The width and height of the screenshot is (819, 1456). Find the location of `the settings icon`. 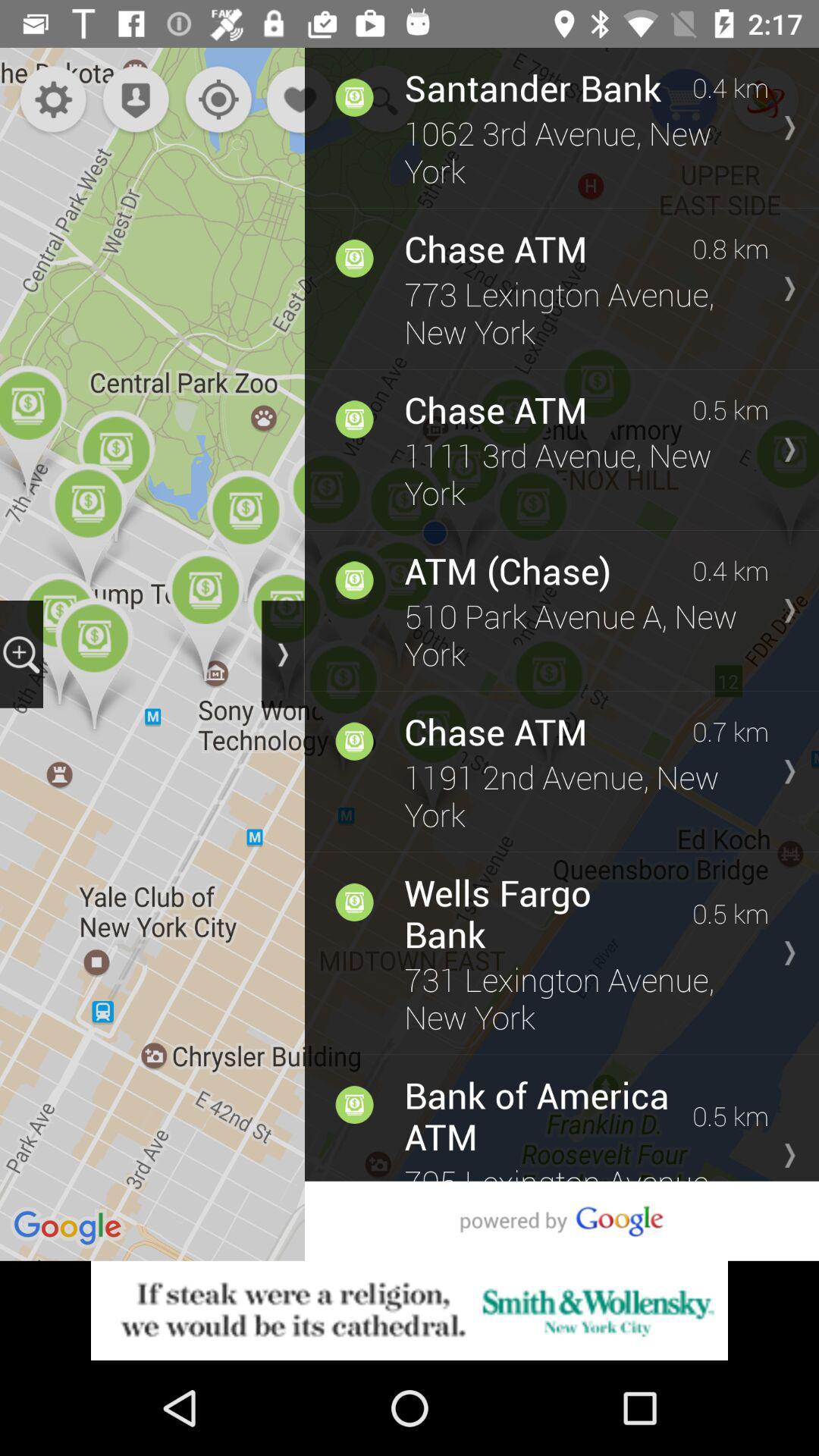

the settings icon is located at coordinates (52, 100).